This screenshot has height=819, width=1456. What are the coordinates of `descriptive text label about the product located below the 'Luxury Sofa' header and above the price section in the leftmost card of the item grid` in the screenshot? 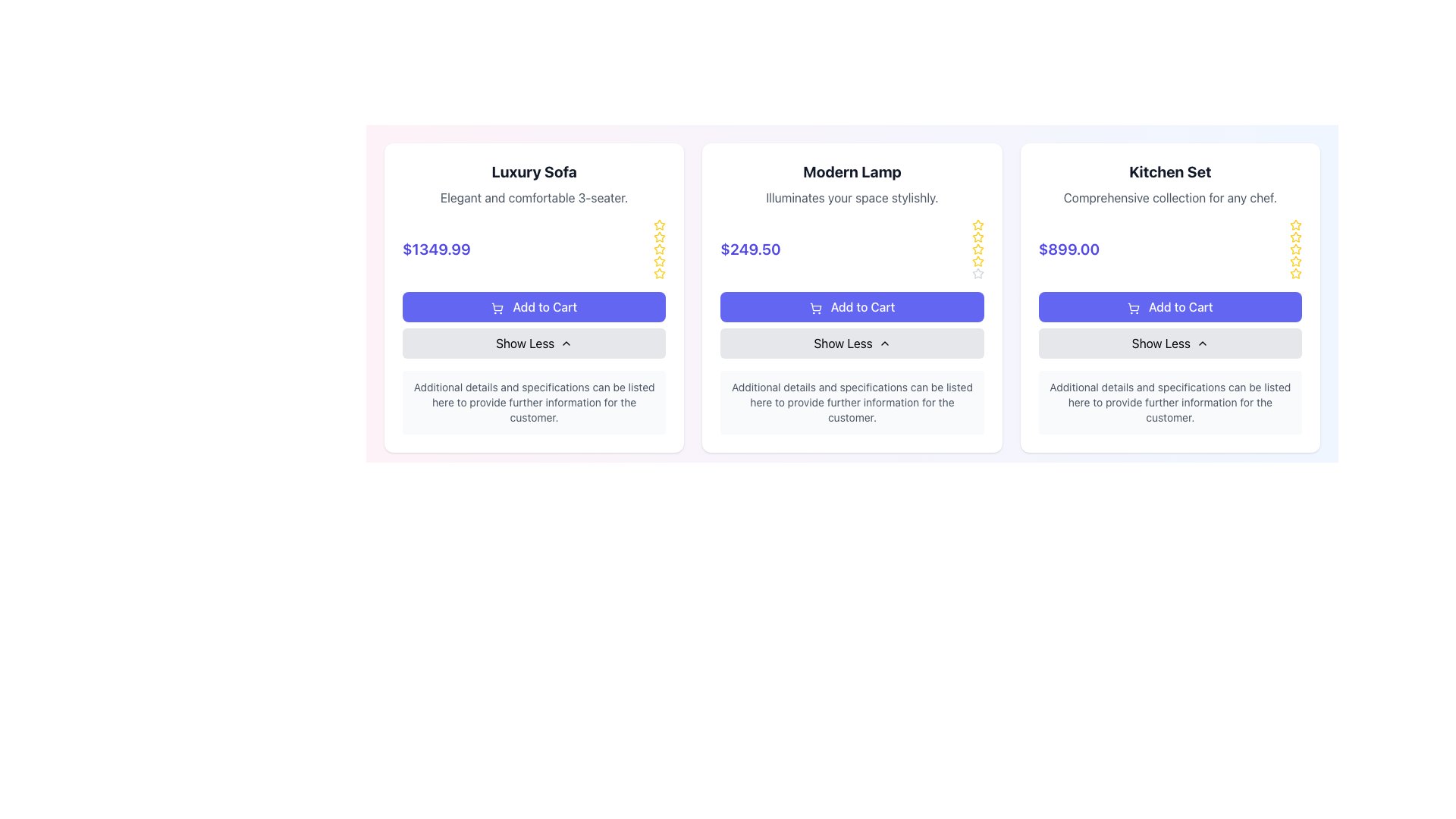 It's located at (534, 197).